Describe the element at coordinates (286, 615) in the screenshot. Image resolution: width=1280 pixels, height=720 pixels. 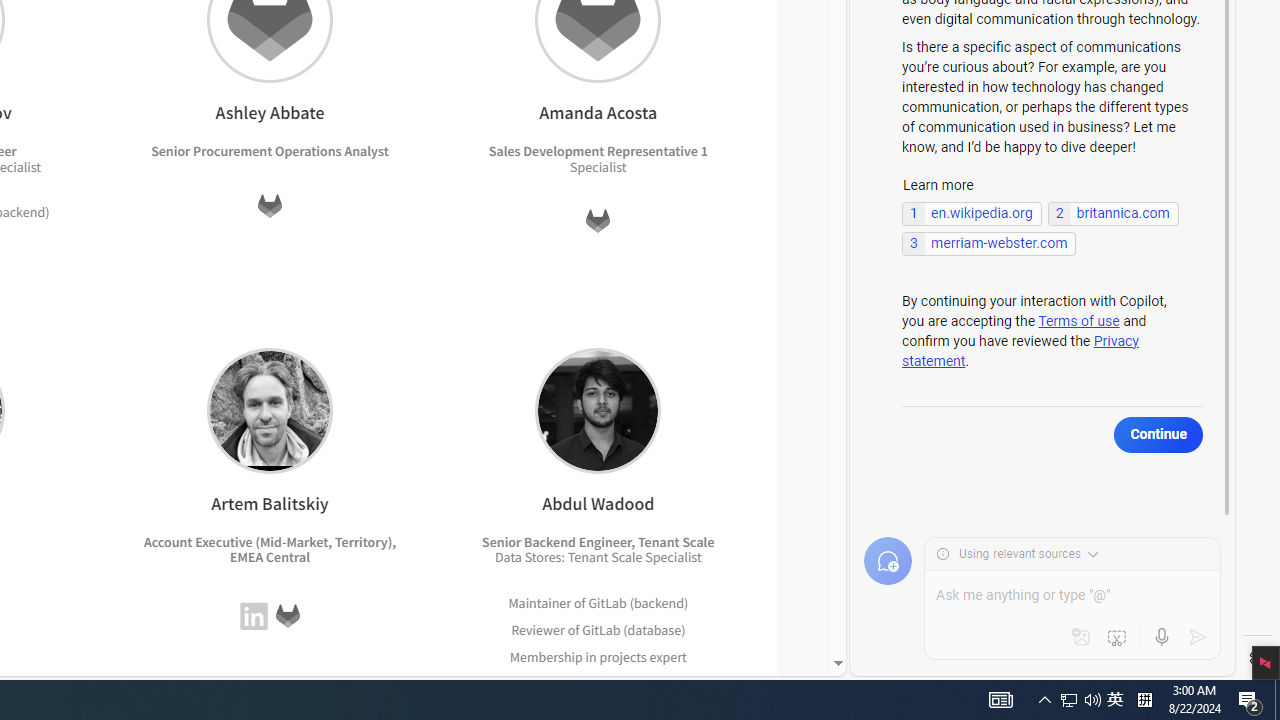
I see `'GitLab'` at that location.